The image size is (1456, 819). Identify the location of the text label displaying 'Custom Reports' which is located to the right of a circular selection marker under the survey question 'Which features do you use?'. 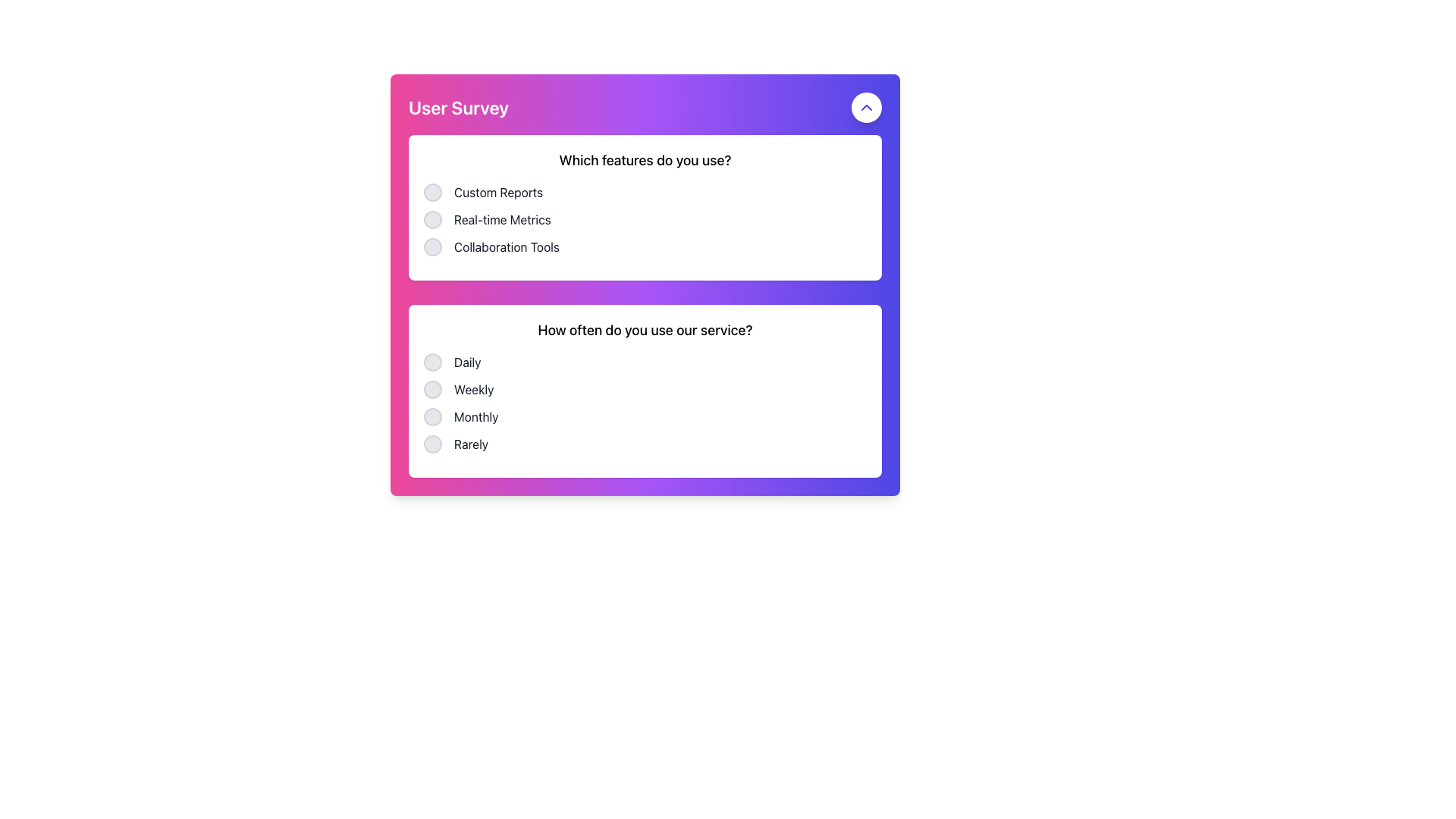
(498, 192).